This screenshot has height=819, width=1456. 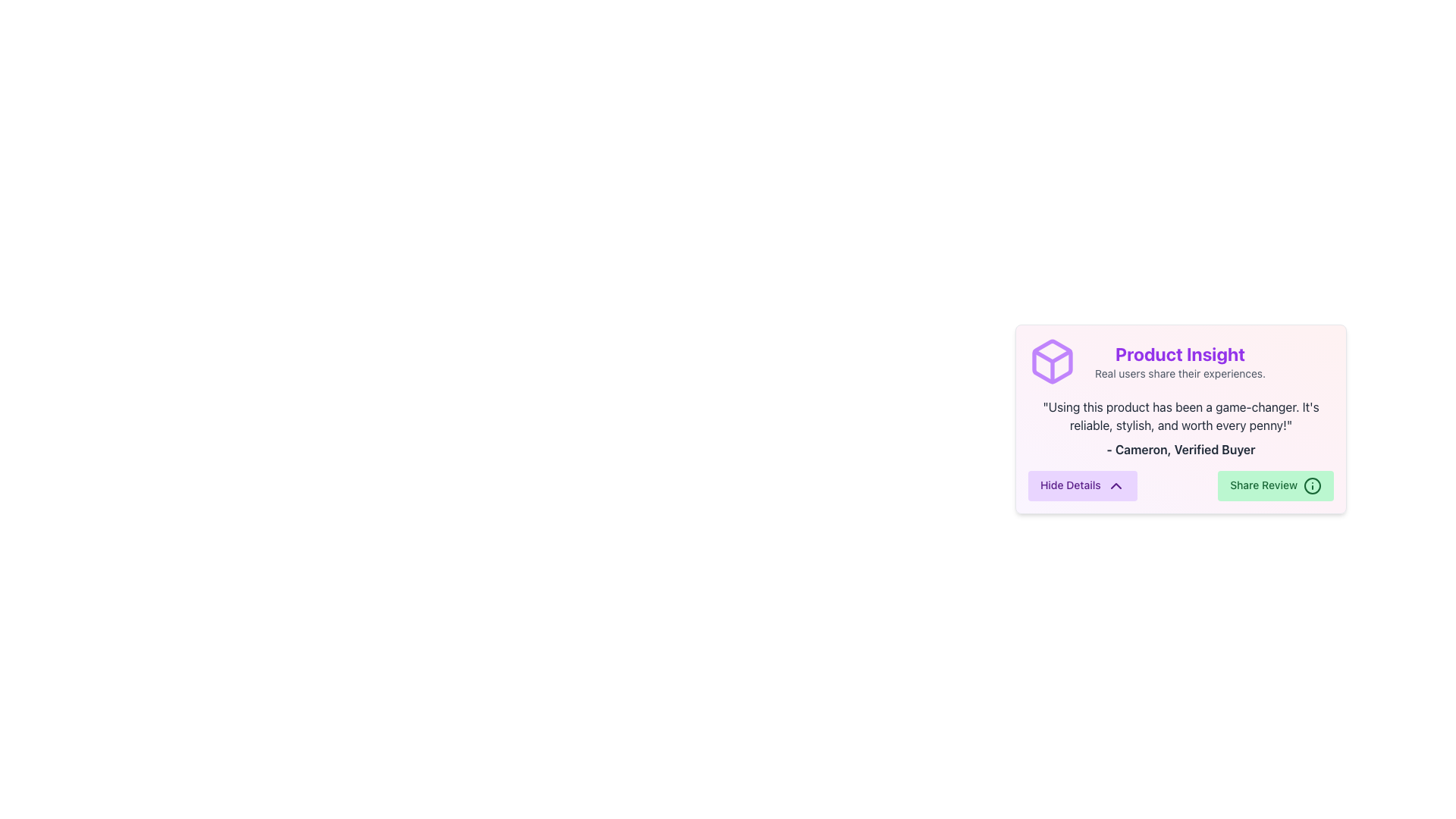 What do you see at coordinates (1180, 416) in the screenshot?
I see `the Text Display that contains the message: "Using this product has been a game-changer. It's reliable, stylish, and worth every penny!"` at bounding box center [1180, 416].